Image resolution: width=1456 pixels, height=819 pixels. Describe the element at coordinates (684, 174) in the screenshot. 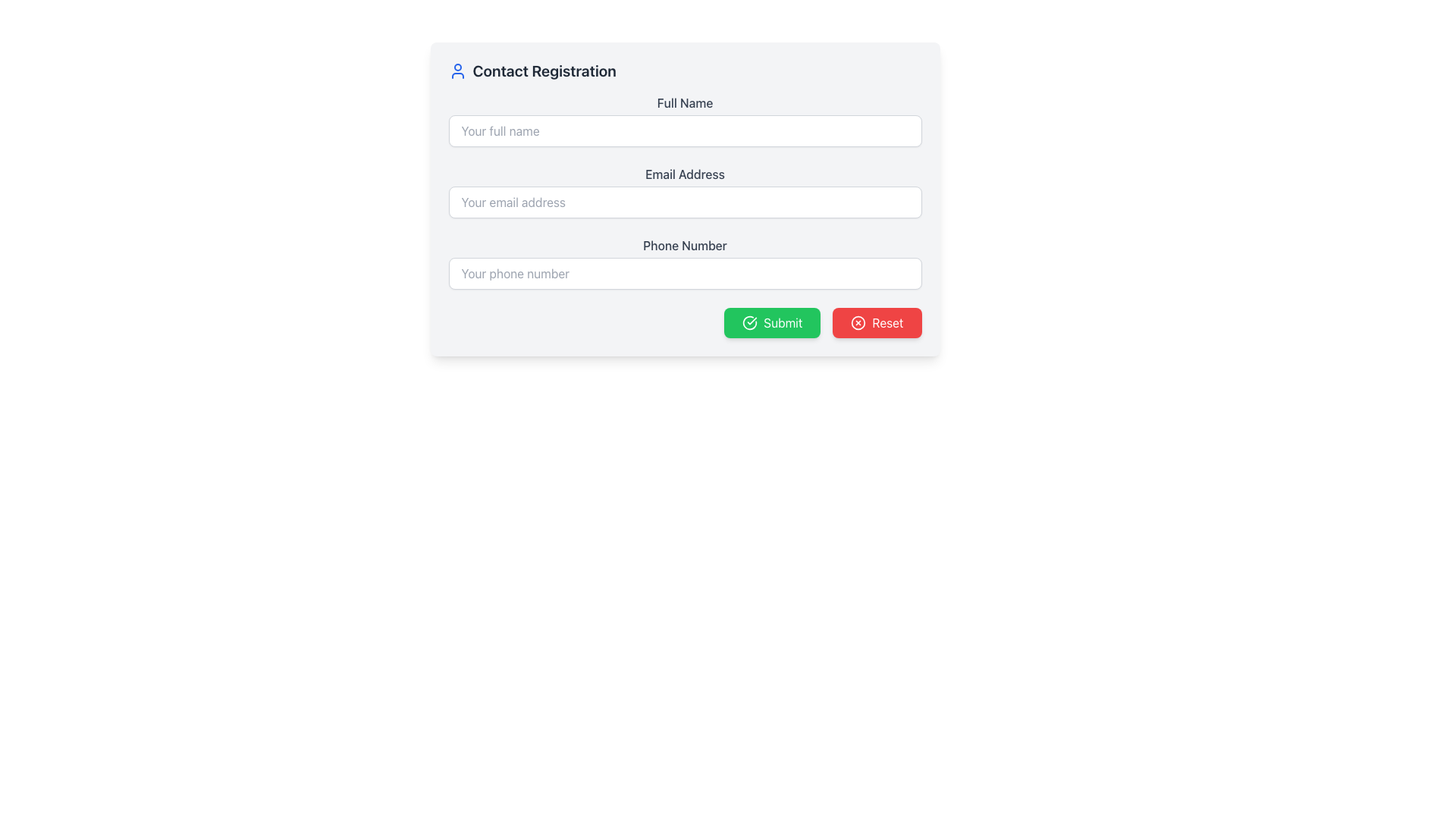

I see `the second label in the form, which serves as a context for the adjacent email address input field` at that location.